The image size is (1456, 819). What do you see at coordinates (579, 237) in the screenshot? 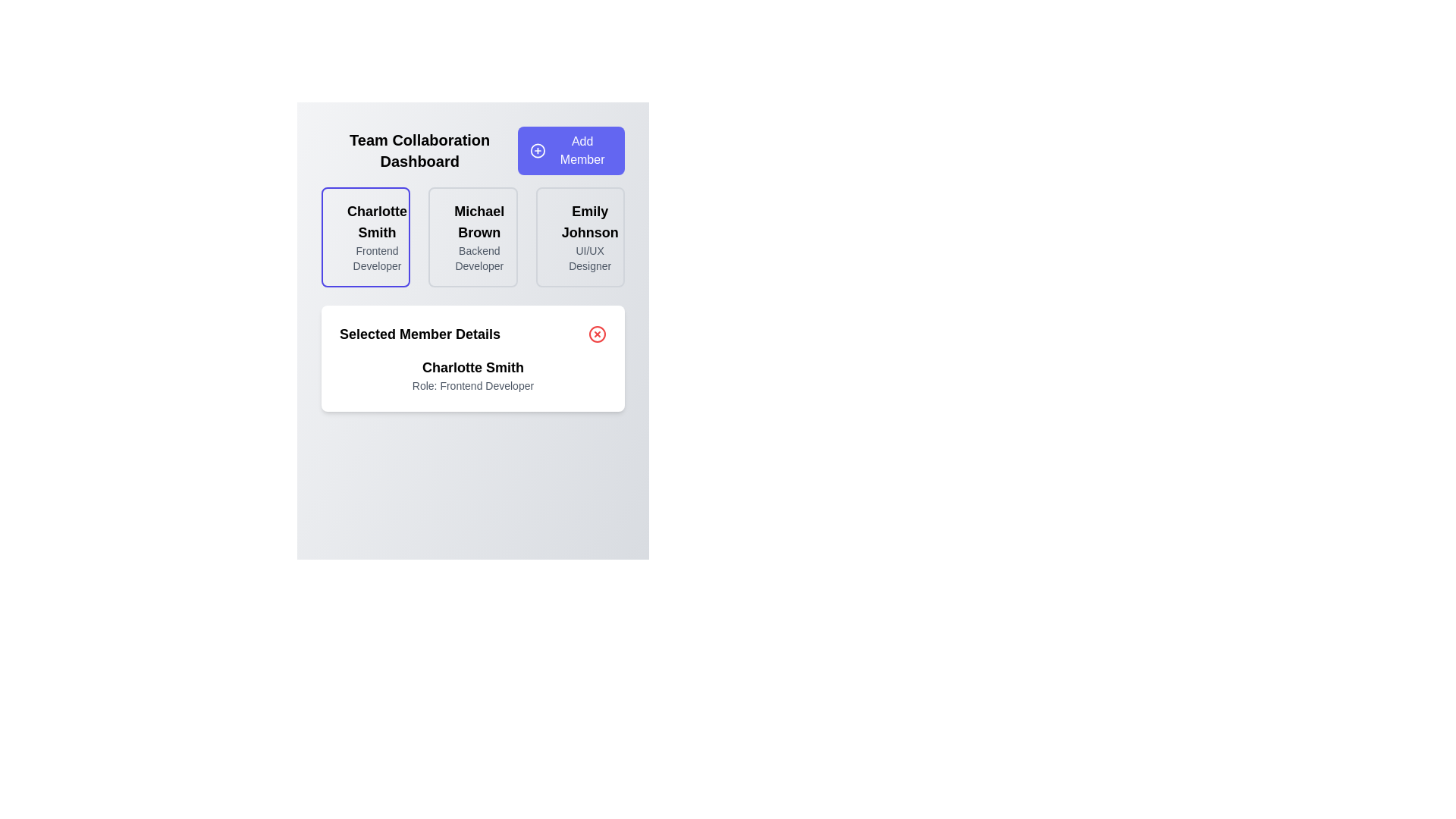
I see `the text block representing the team member's name and role in the rightmost column of the team management dashboard` at bounding box center [579, 237].